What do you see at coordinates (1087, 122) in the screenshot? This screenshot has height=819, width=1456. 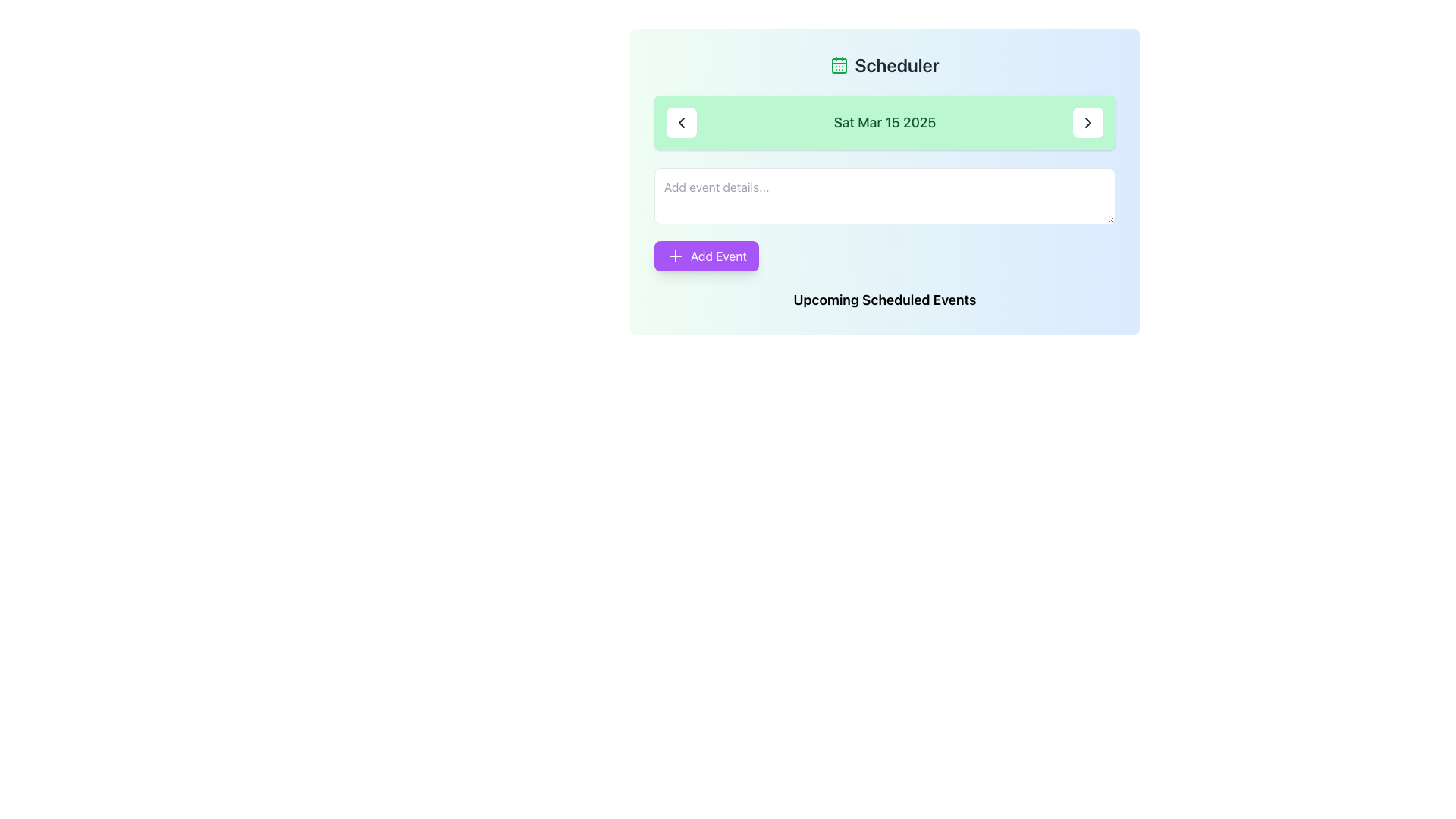 I see `the forward navigation SVG icon located inside the button on the right side of the scheduler's date display section` at bounding box center [1087, 122].